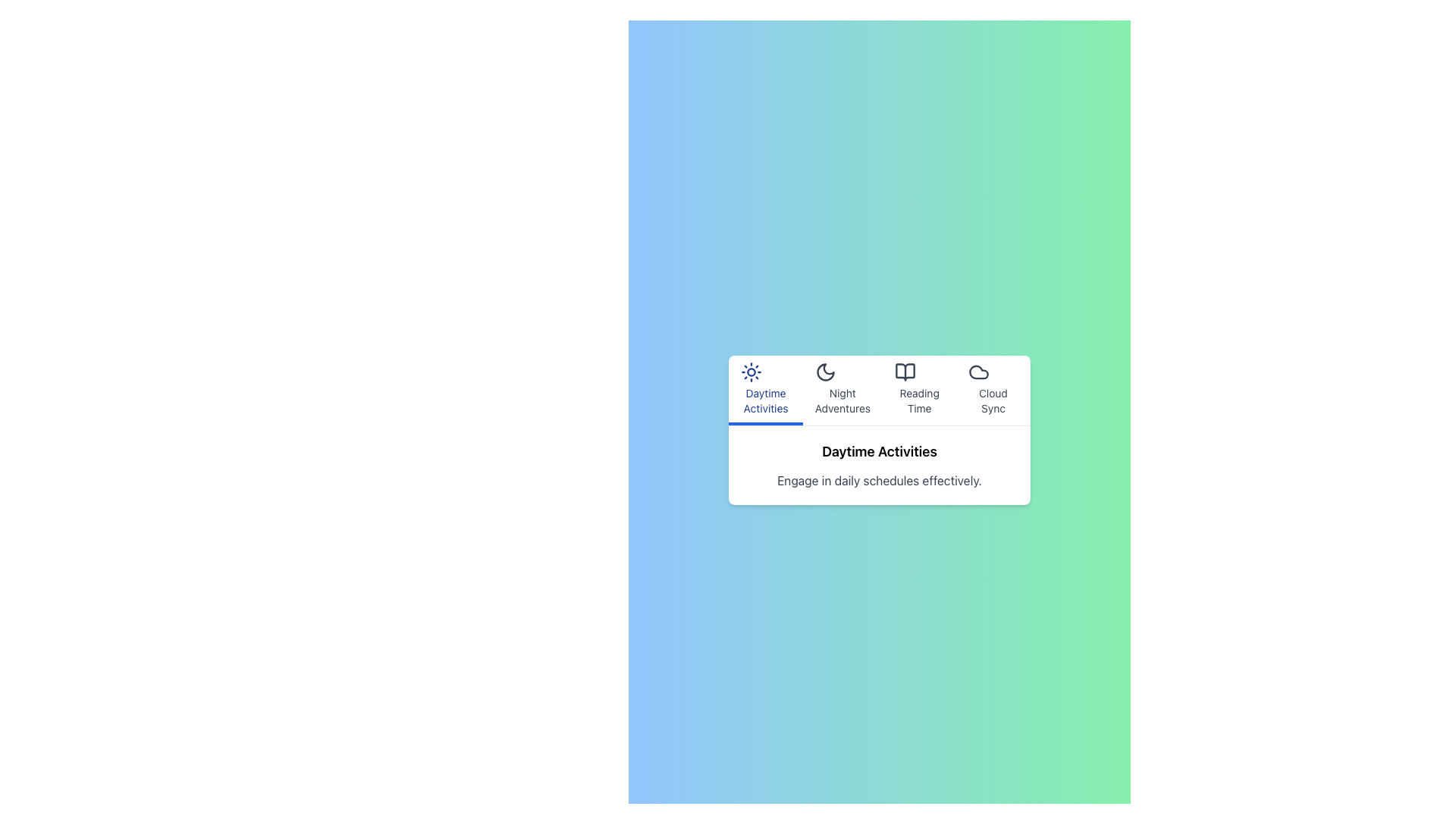 The width and height of the screenshot is (1456, 819). I want to click on the 'Night Adventures' button in the navigation bar, so click(842, 389).